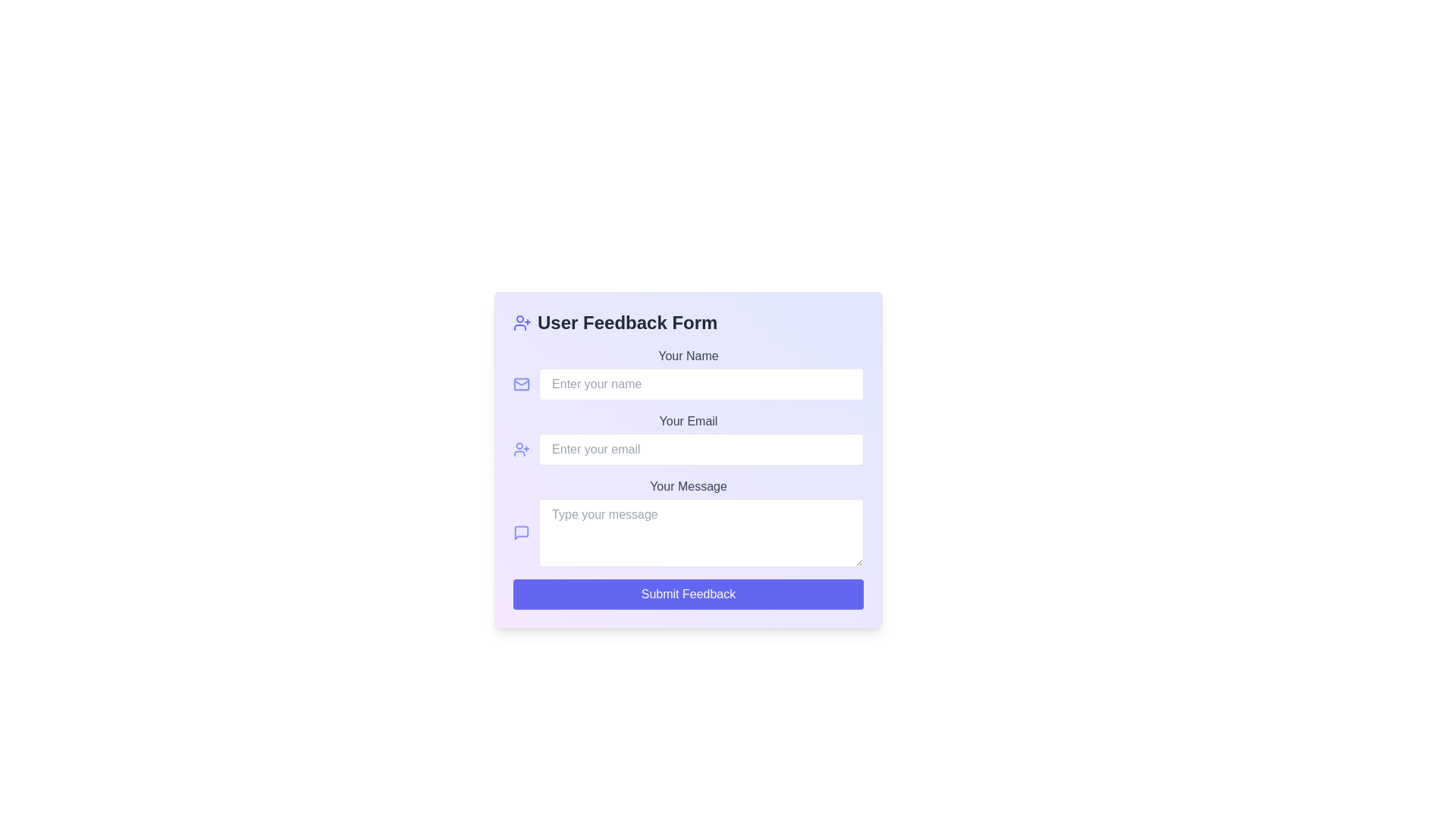  What do you see at coordinates (687, 532) in the screenshot?
I see `the Textarea input field with placeholder 'Type your message' to provide visual feedback` at bounding box center [687, 532].